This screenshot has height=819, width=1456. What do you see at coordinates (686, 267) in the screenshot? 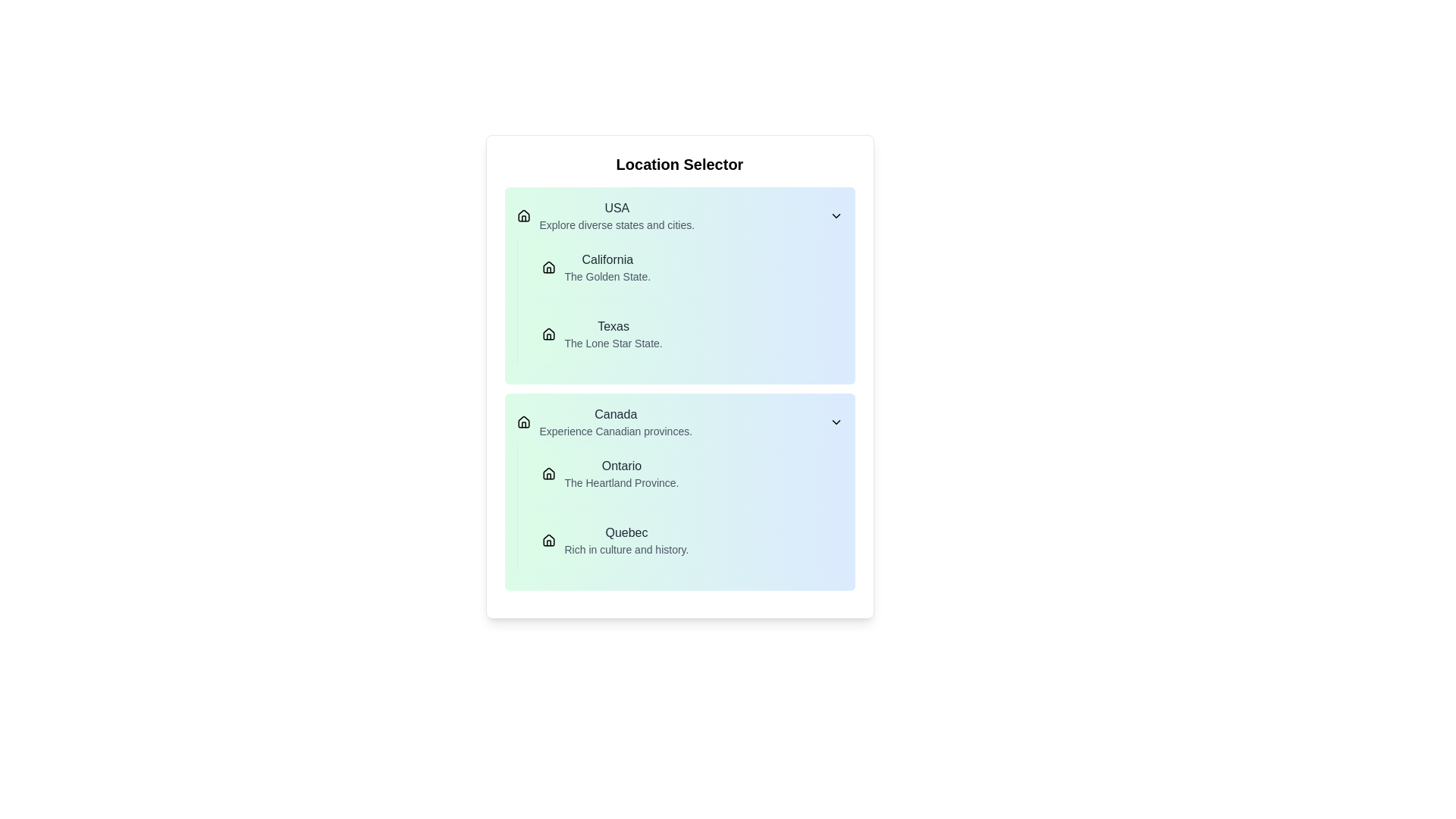
I see `the California entry in the location selection interface` at bounding box center [686, 267].